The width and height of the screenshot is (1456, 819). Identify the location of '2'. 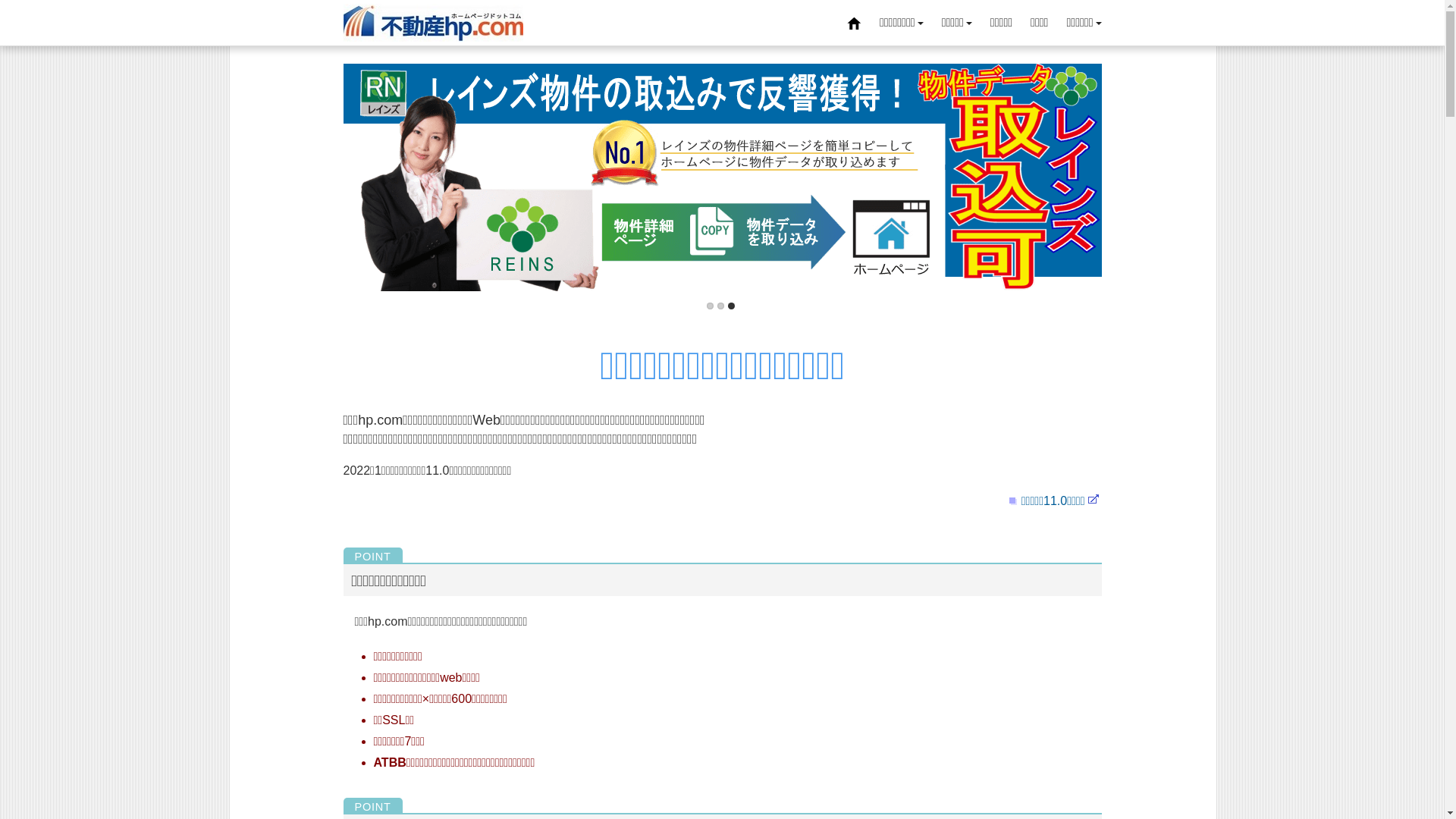
(720, 306).